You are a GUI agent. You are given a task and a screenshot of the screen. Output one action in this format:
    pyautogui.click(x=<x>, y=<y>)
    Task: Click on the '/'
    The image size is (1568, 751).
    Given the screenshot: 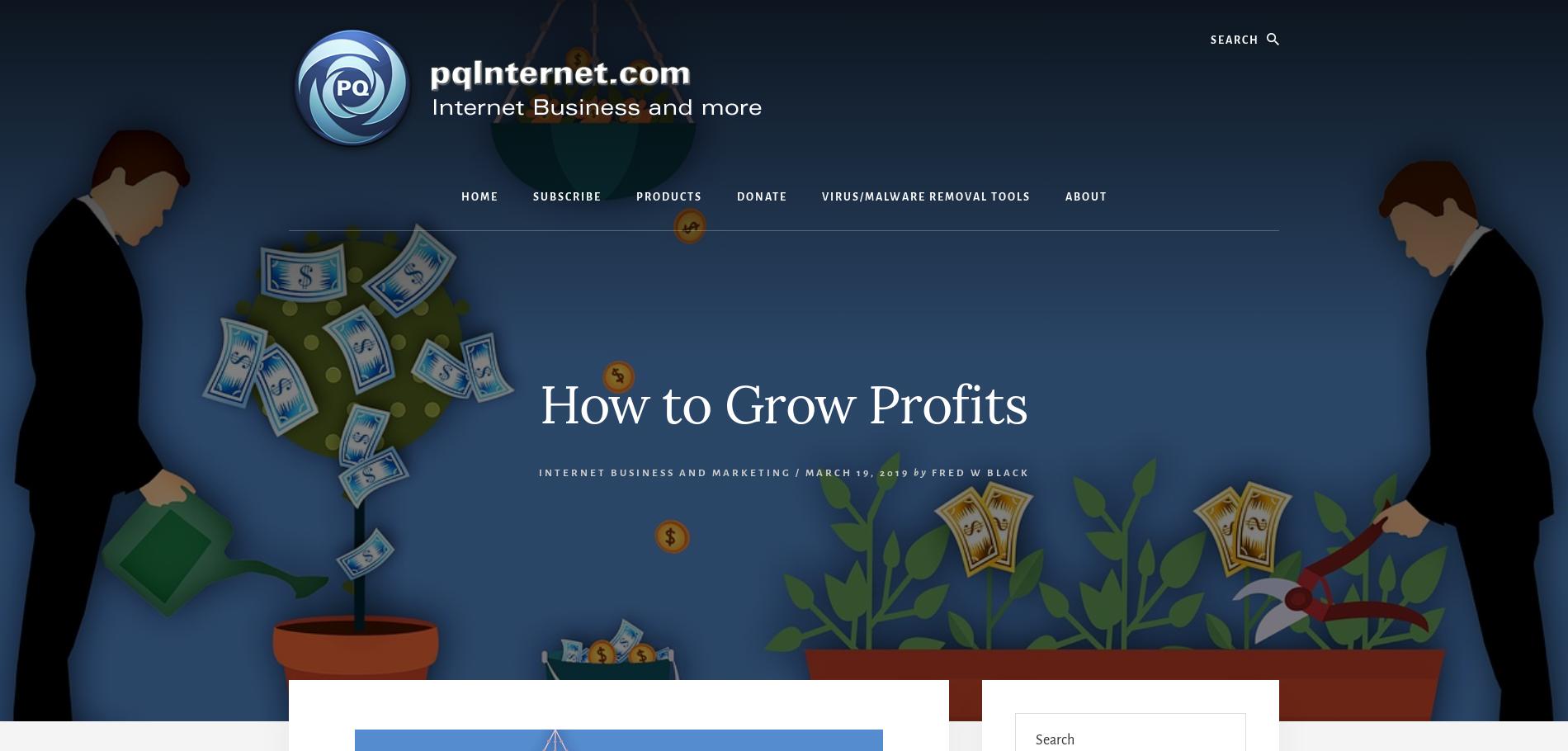 What is the action you would take?
    pyautogui.click(x=796, y=472)
    